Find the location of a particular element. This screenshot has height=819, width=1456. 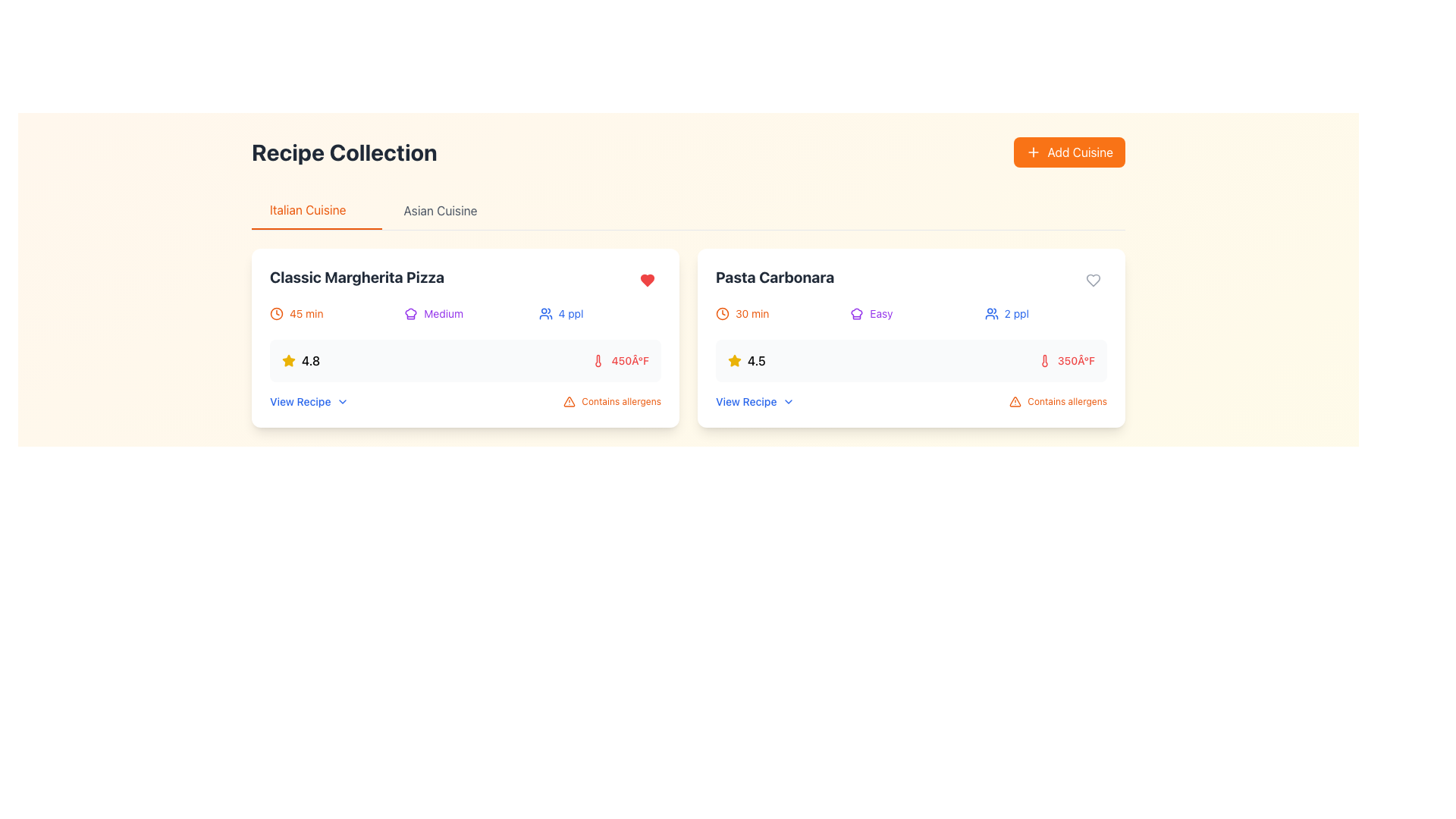

numerical rating displayed in the text label associated with the 'Pasta Carbonara' dish, located to the right of the yellow star icon in the rating section is located at coordinates (756, 360).